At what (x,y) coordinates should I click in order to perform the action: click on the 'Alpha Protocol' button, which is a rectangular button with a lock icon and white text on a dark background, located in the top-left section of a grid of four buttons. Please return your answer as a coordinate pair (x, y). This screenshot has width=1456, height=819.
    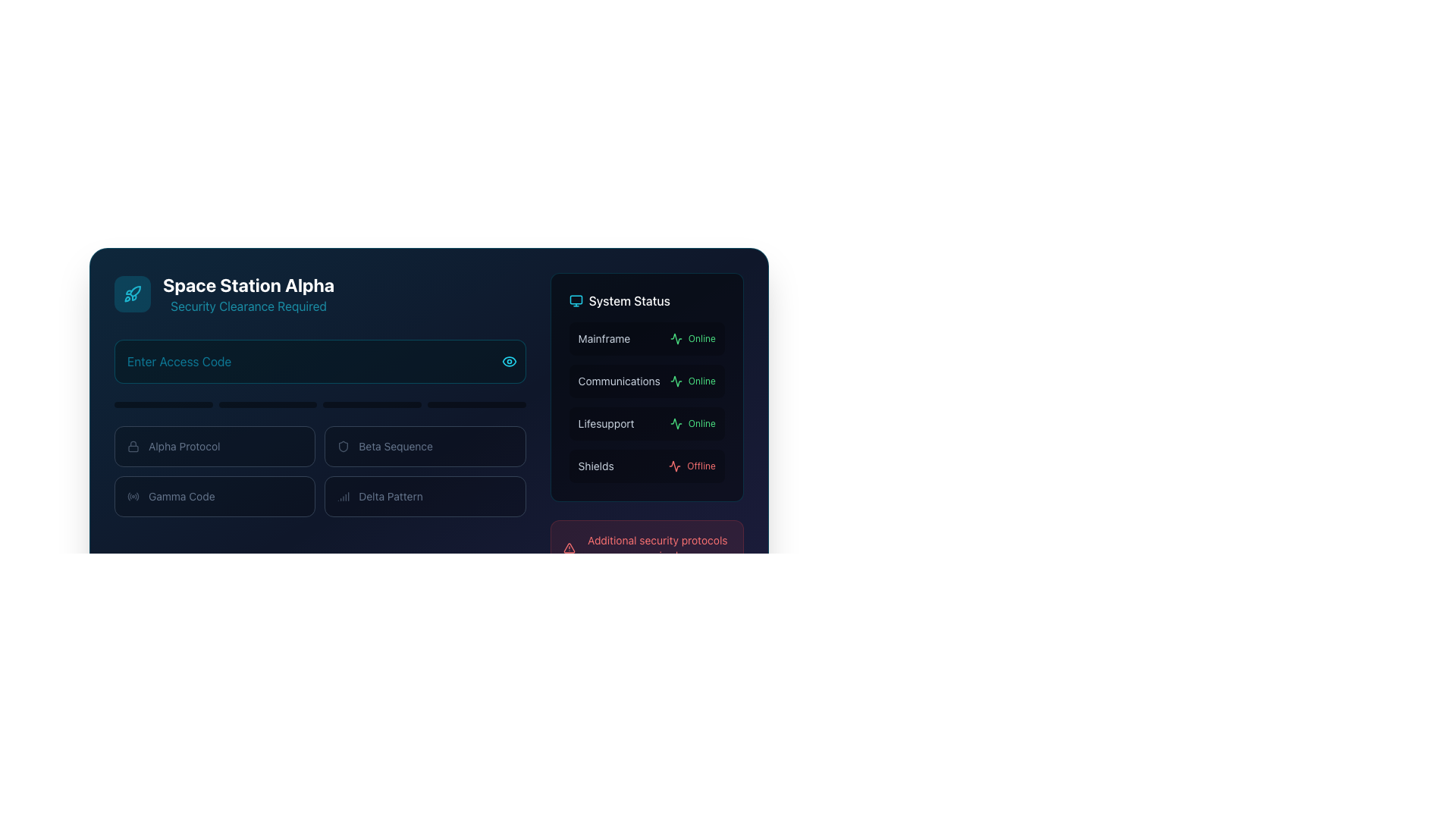
    Looking at the image, I should click on (214, 446).